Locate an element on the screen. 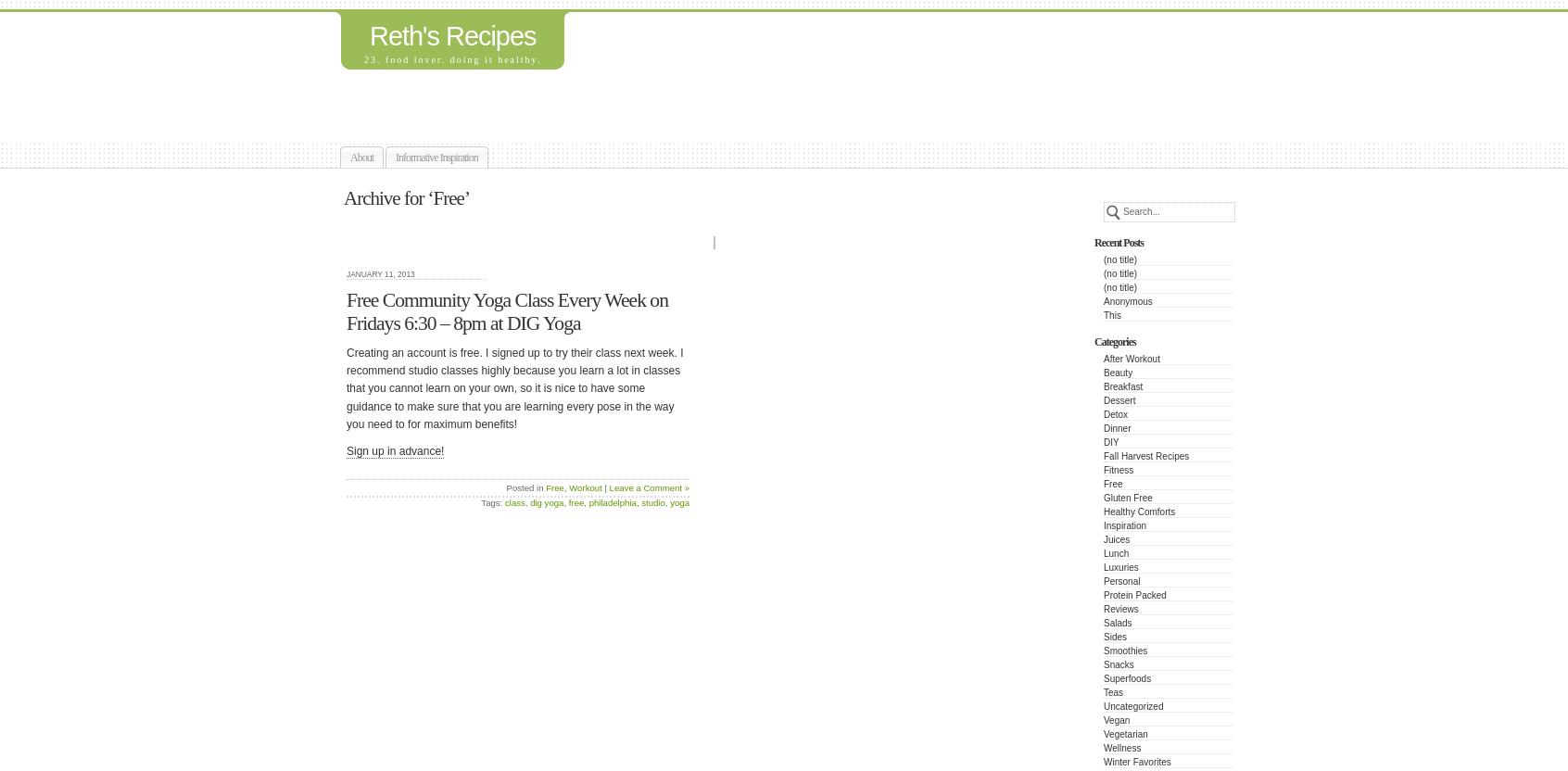 This screenshot has width=1568, height=771. 'DIY' is located at coordinates (1109, 441).